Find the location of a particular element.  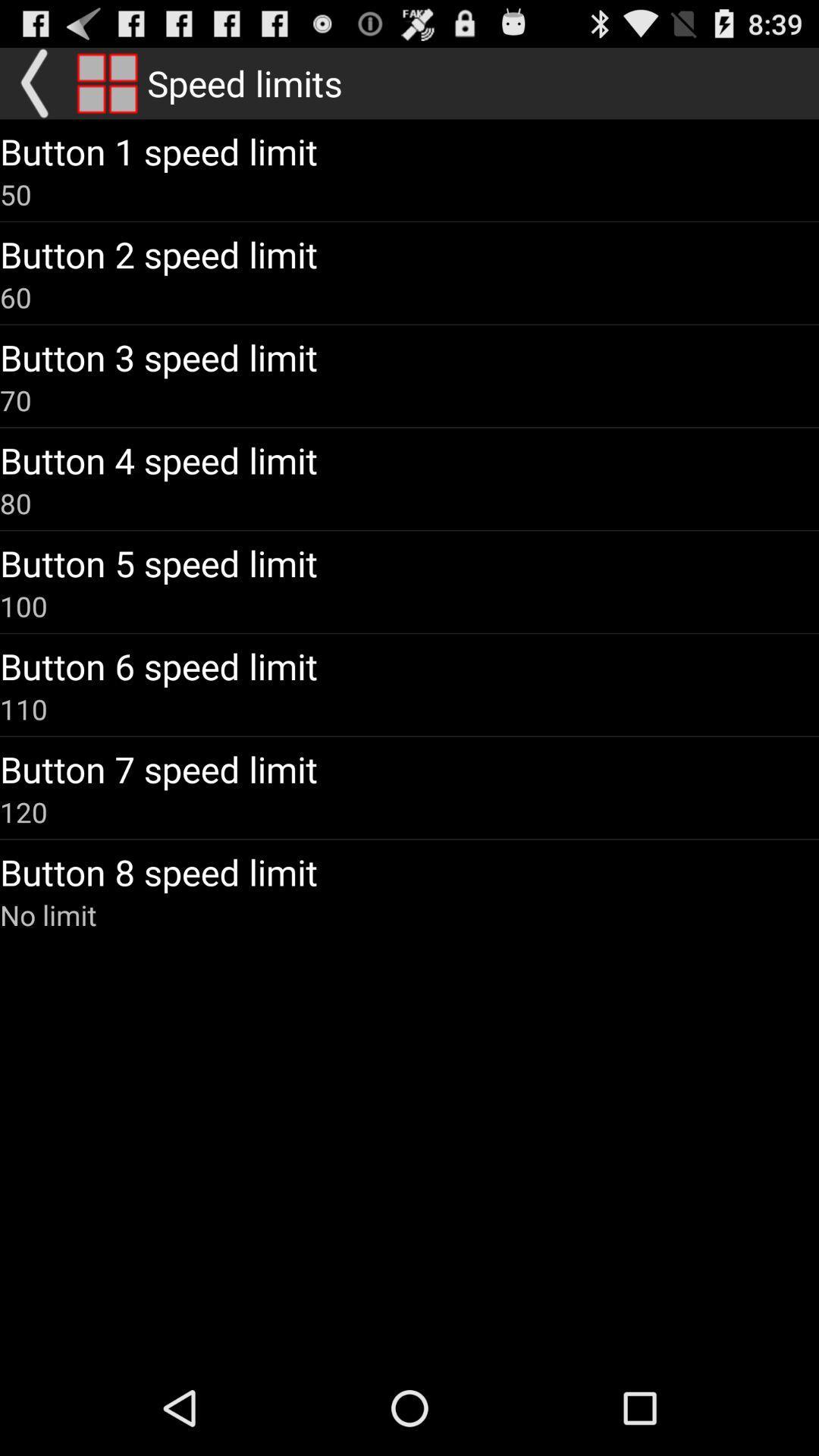

the app above the button 3 speed app is located at coordinates (15, 297).